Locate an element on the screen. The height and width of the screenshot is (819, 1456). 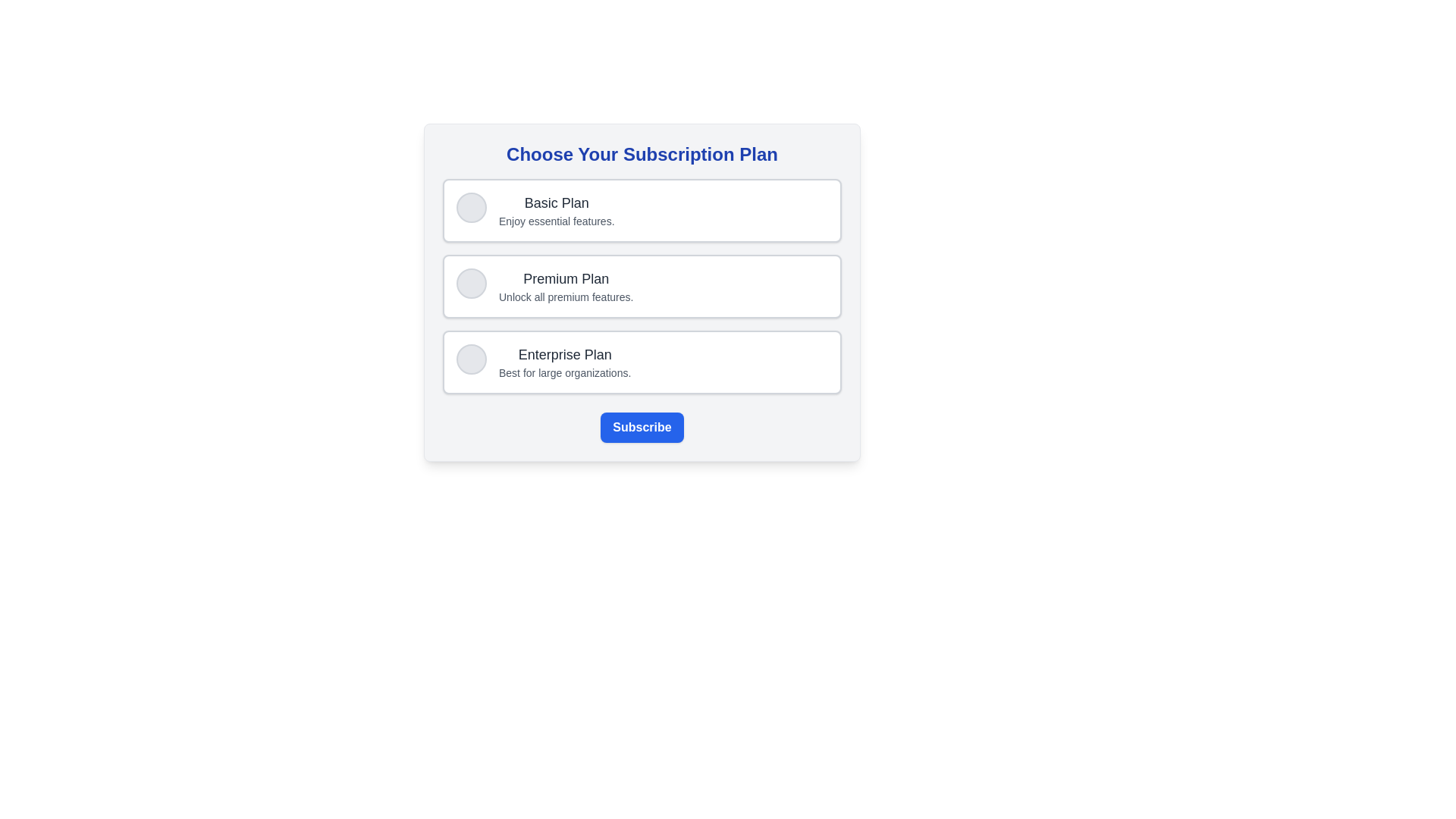
the large, centered header text that reads 'Choose Your Subscription Plan', styled in bold and blue, located at the top of the informational panel is located at coordinates (642, 155).